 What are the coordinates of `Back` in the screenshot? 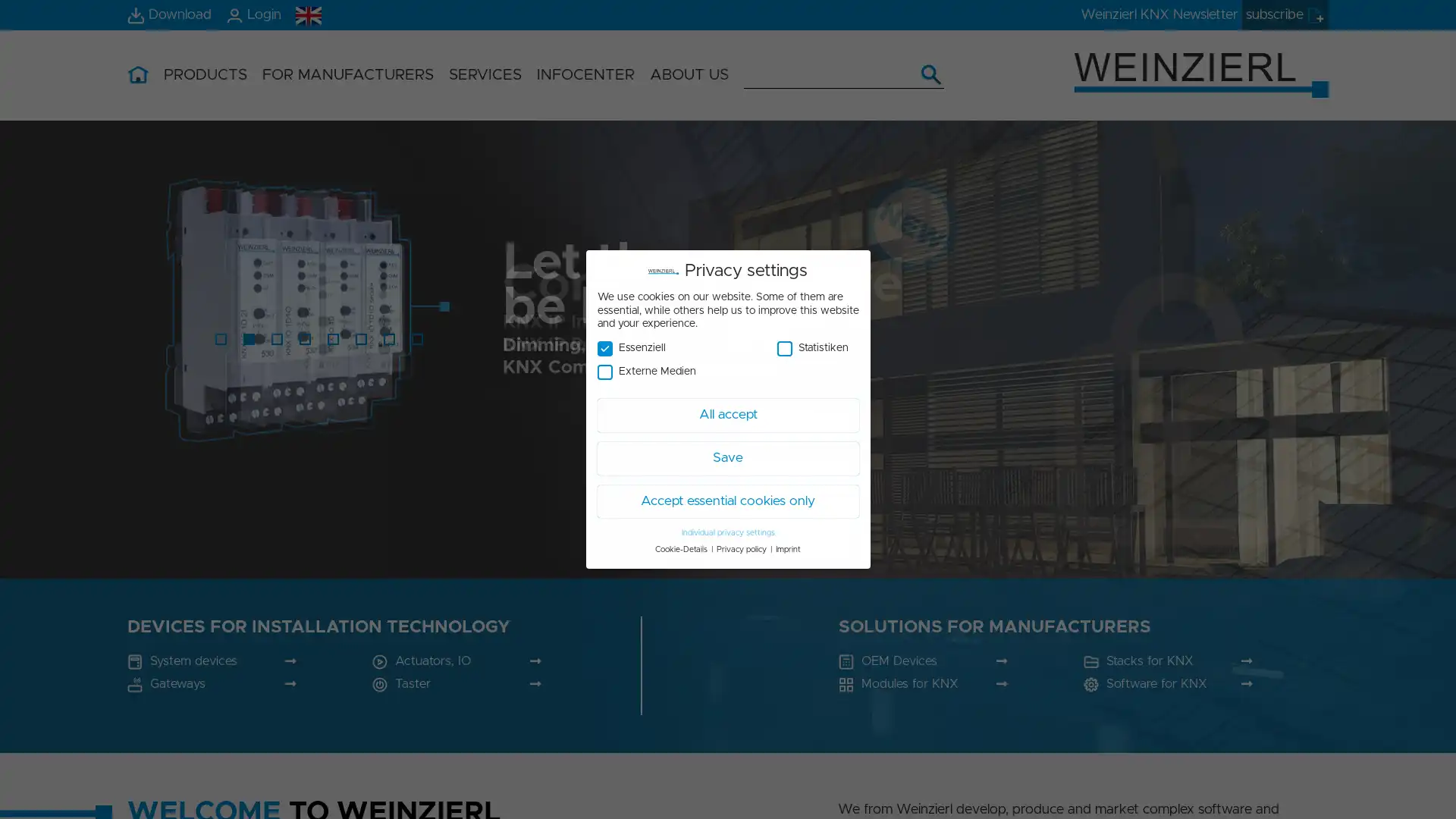 It's located at (841, 673).